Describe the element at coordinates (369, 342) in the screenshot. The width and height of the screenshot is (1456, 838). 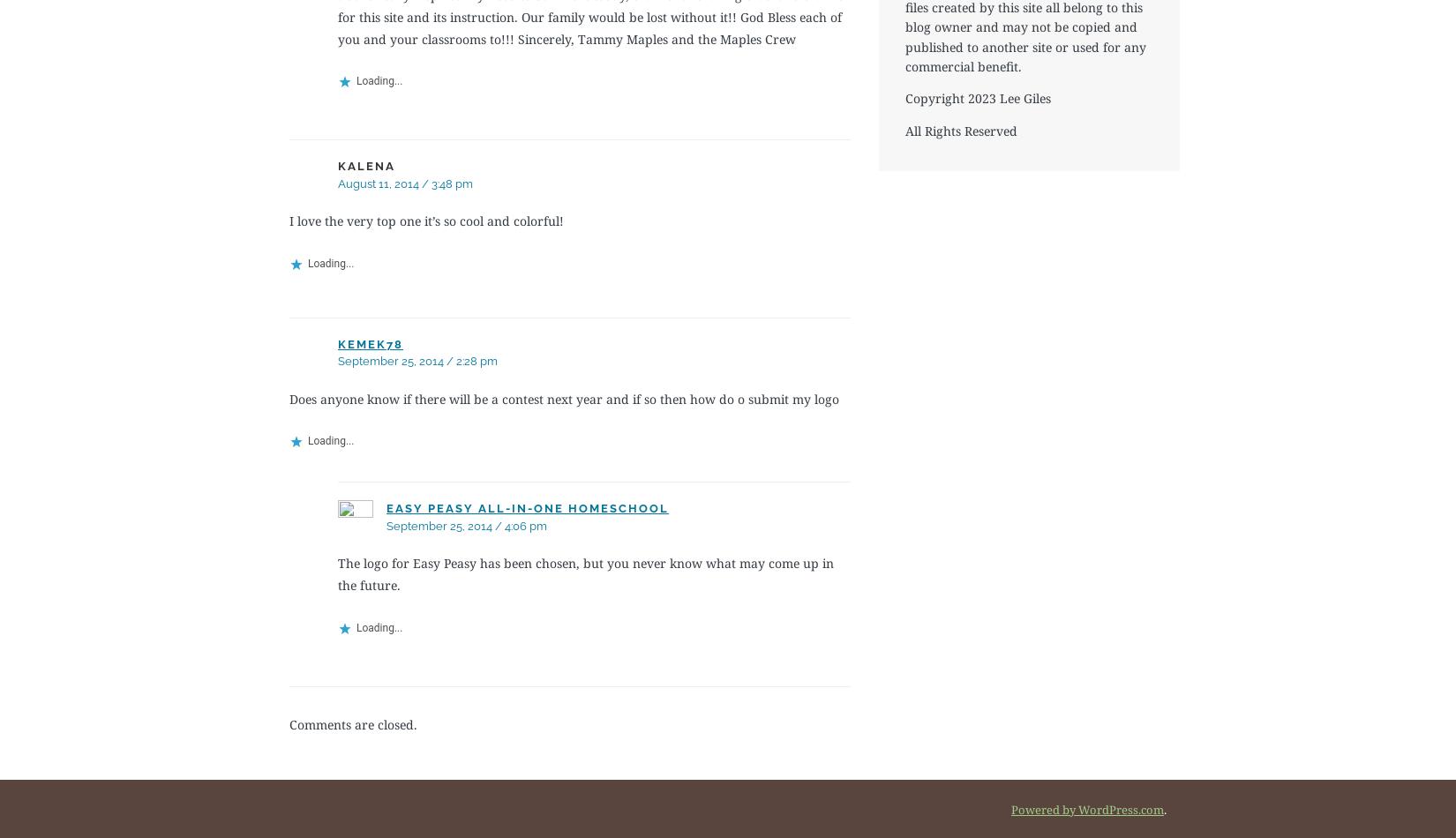
I see `'kemek78'` at that location.